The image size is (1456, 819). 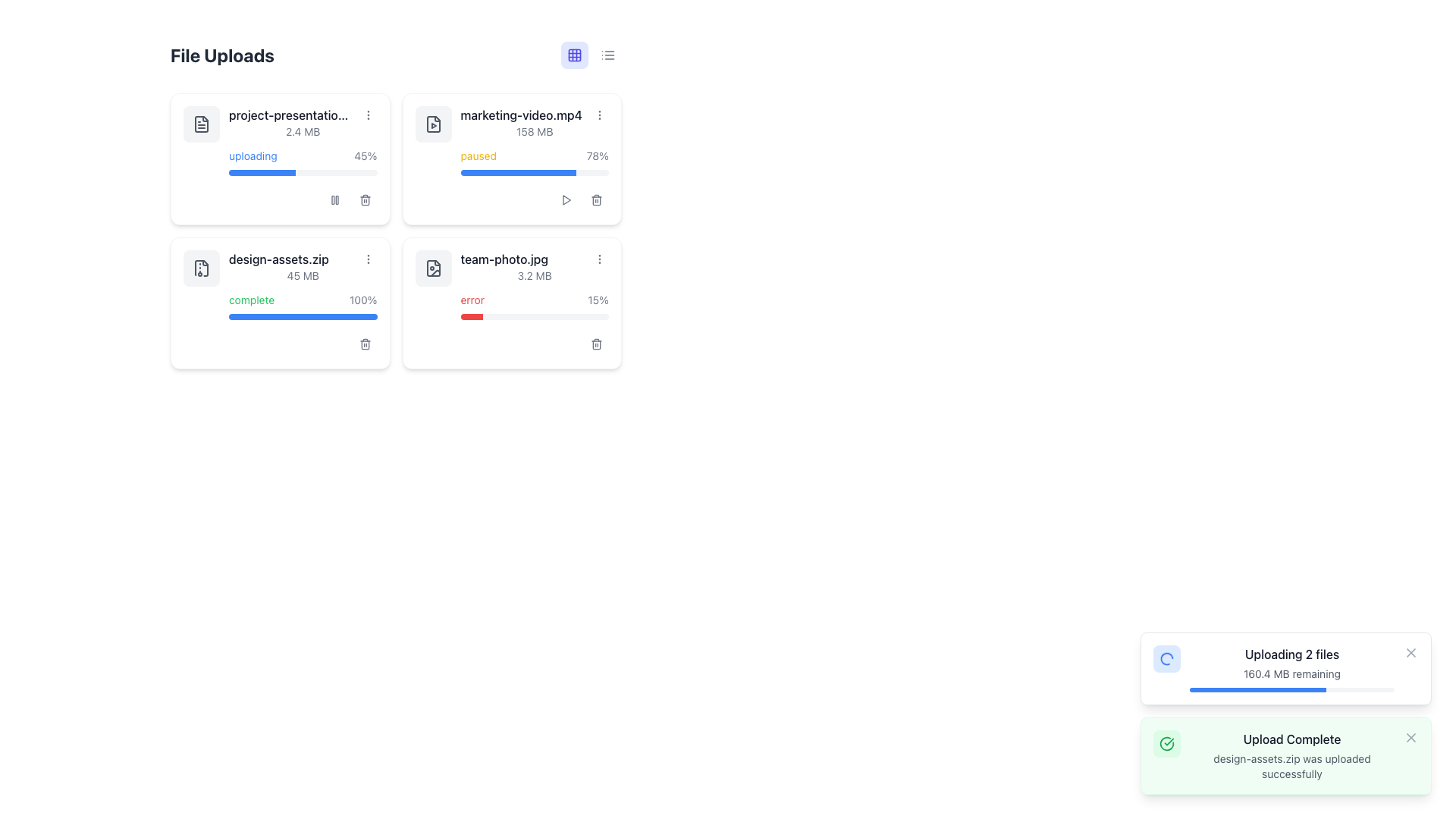 What do you see at coordinates (535, 162) in the screenshot?
I see `the progress bar indicating the status of the file upload for 'marketing-video.mp4', located in the second card of the file upload section` at bounding box center [535, 162].